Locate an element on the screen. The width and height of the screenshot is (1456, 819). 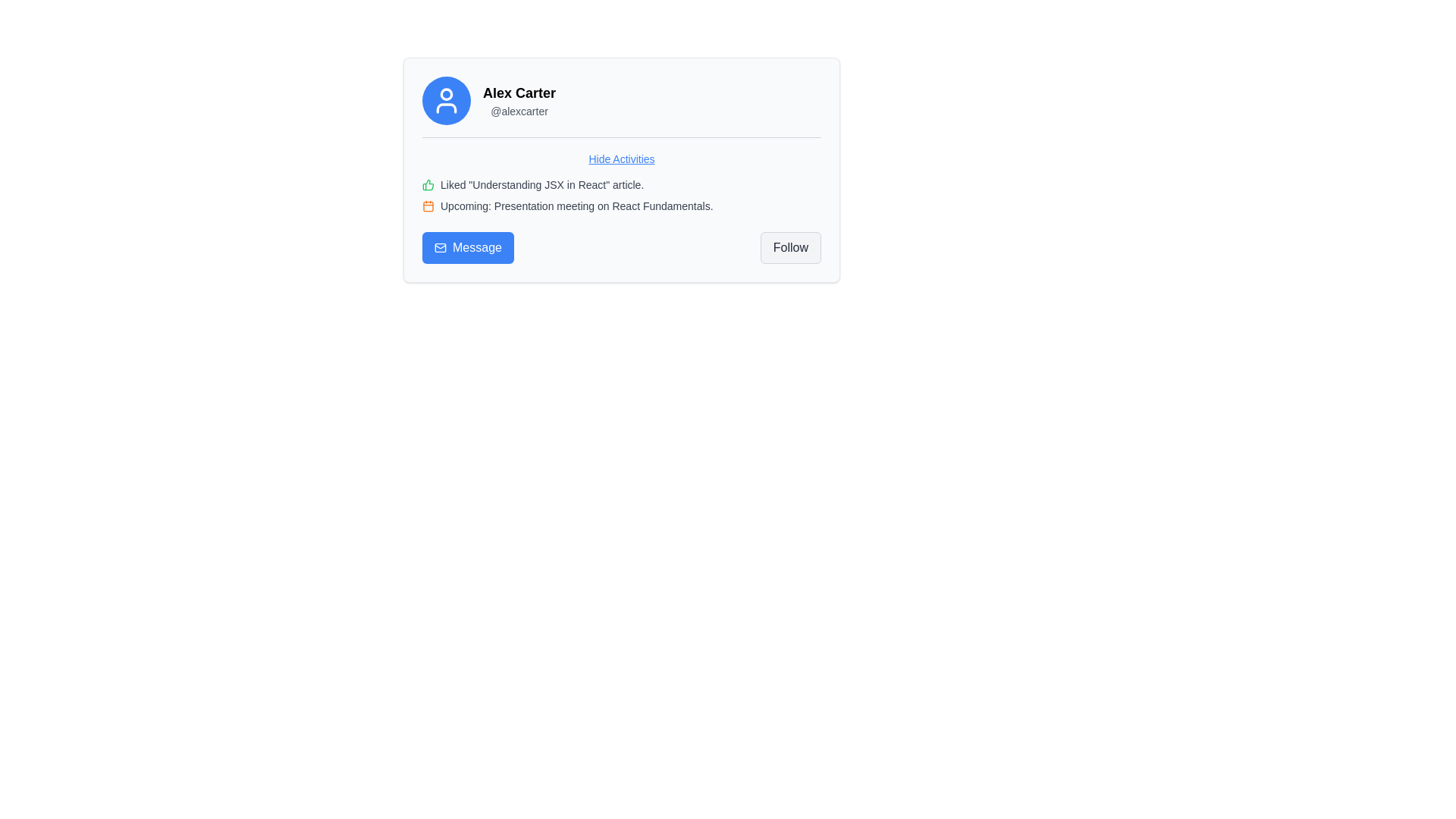
the interactive text link located near the top of the user activity section, to the right within the profile details, directly above the listed activities to hide or collapse the displayed activity details is located at coordinates (622, 158).